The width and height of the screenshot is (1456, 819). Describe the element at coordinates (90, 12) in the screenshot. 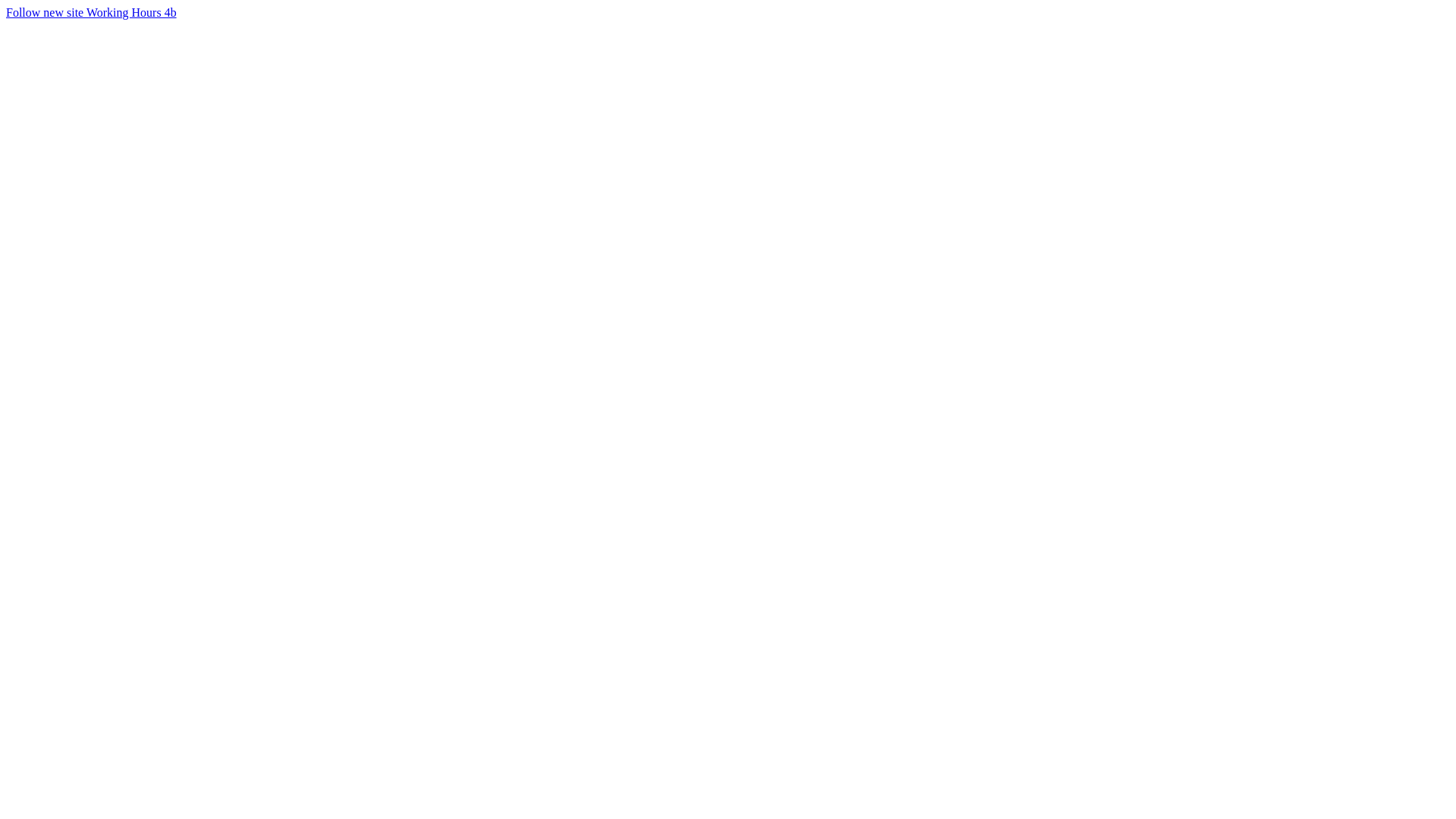

I see `'Follow new site Working Hours 4b'` at that location.